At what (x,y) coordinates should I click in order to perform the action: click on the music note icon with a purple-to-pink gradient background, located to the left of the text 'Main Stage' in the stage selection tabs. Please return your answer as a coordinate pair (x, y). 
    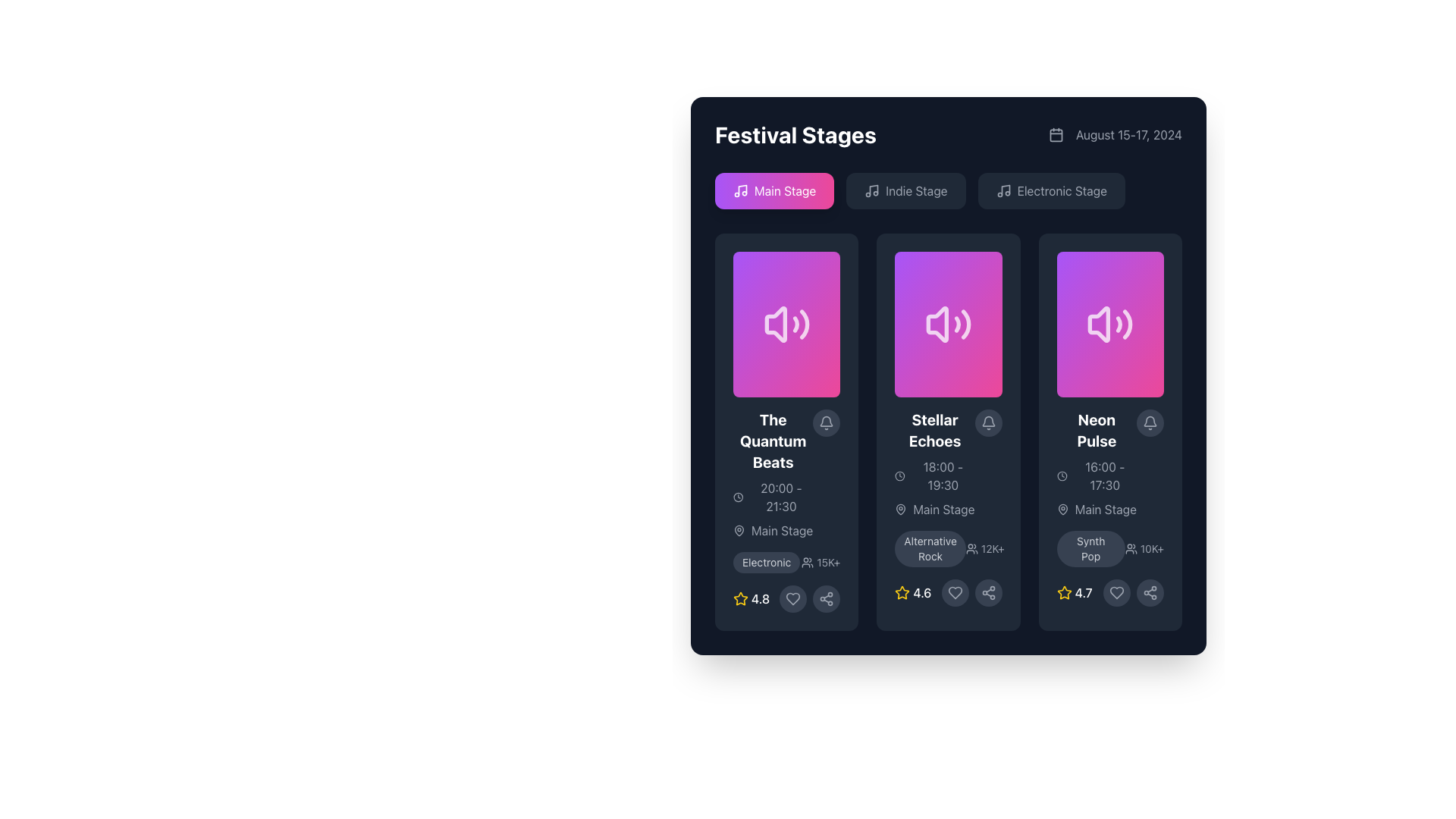
    Looking at the image, I should click on (741, 190).